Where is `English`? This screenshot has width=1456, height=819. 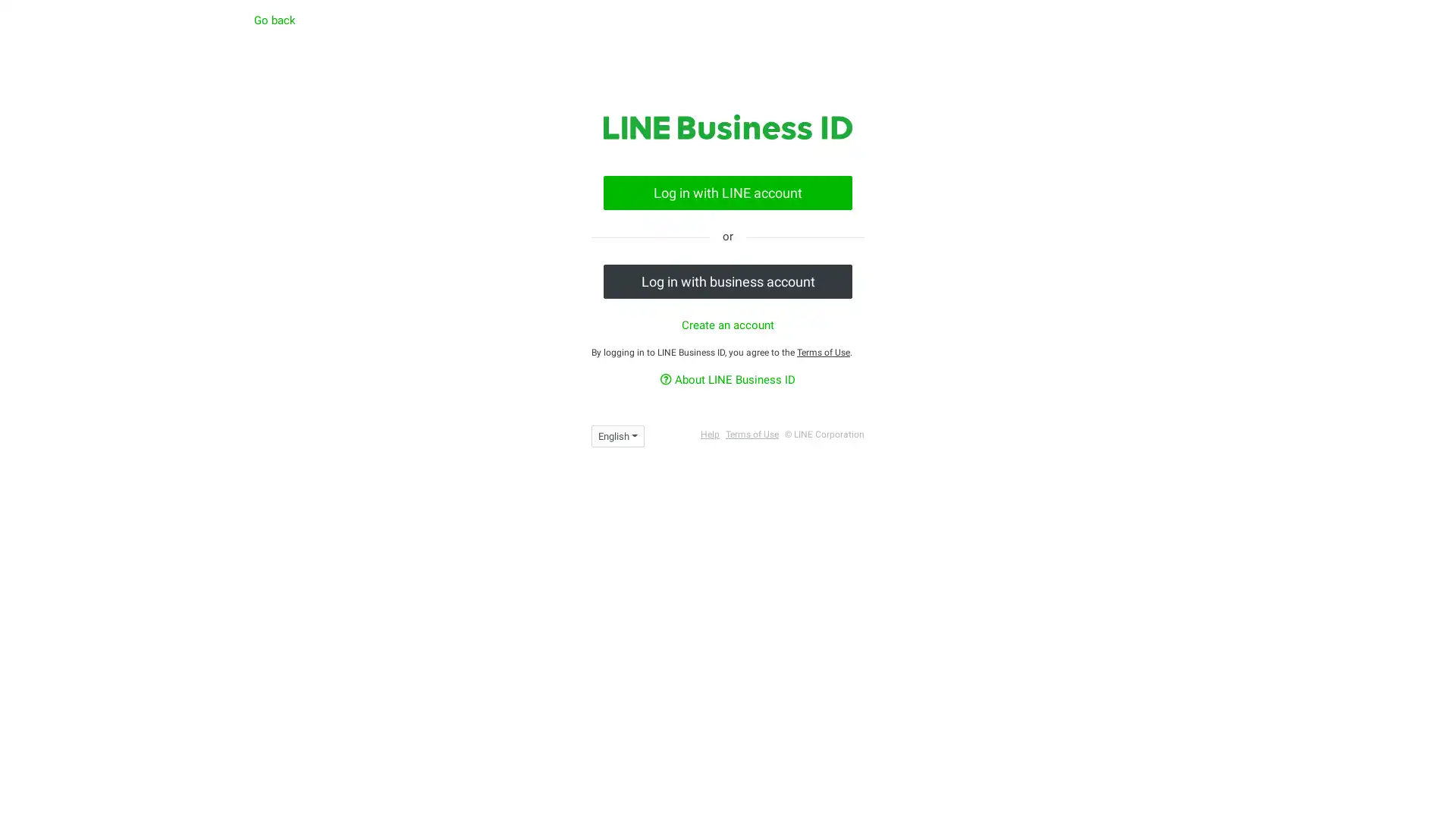
English is located at coordinates (618, 435).